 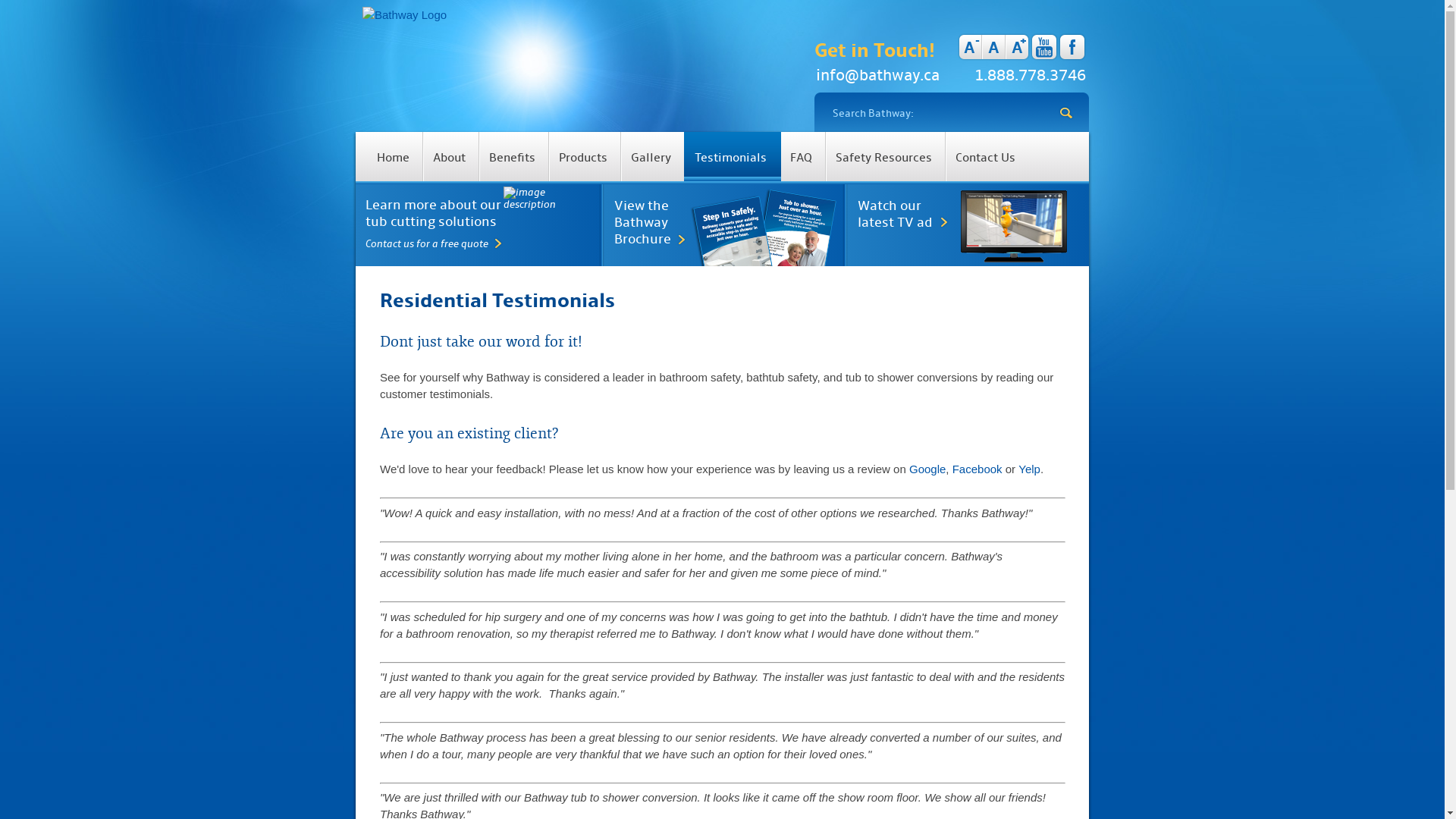 I want to click on 'Products', so click(x=548, y=156).